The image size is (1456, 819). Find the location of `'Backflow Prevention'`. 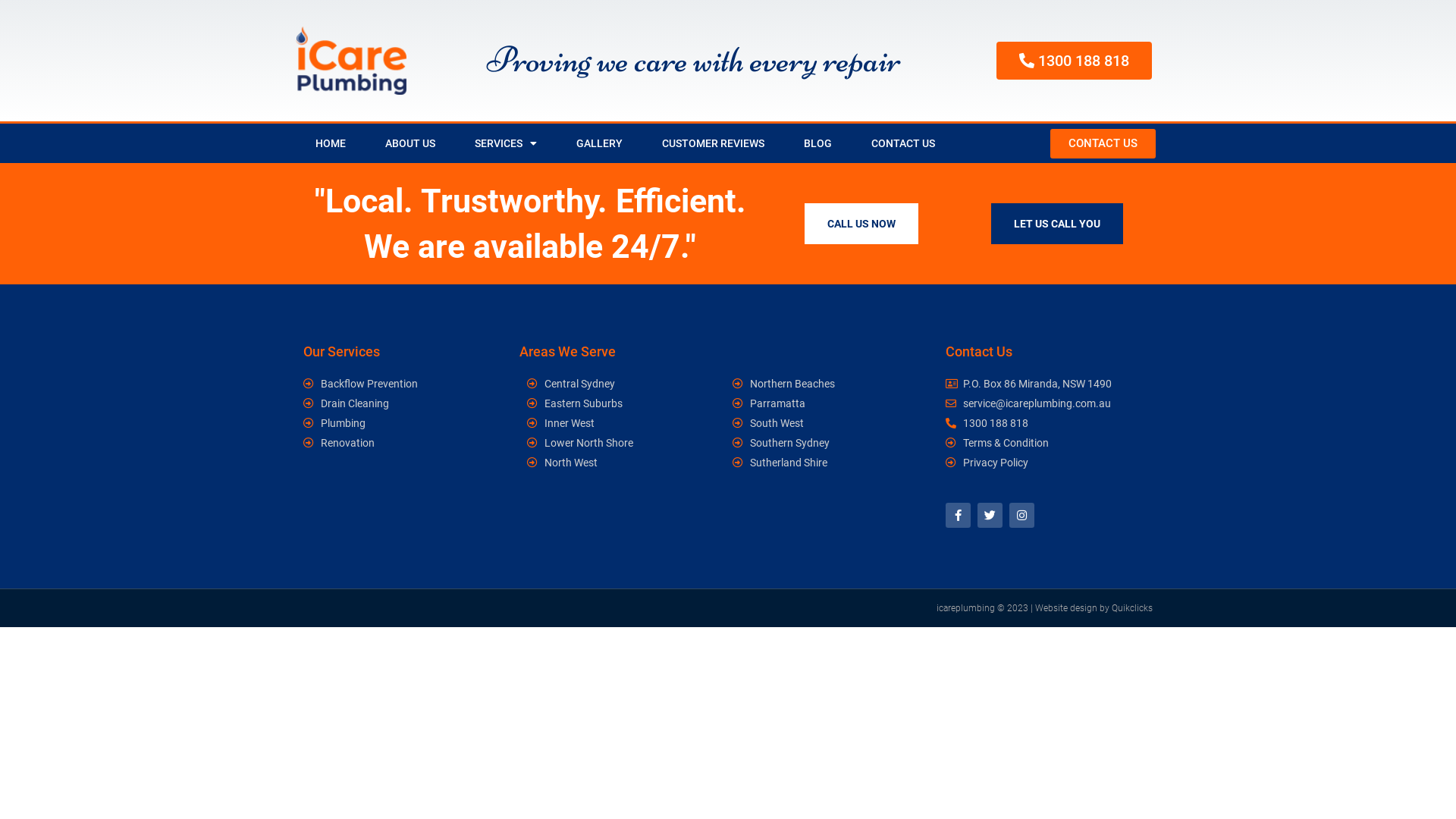

'Backflow Prevention' is located at coordinates (373, 382).